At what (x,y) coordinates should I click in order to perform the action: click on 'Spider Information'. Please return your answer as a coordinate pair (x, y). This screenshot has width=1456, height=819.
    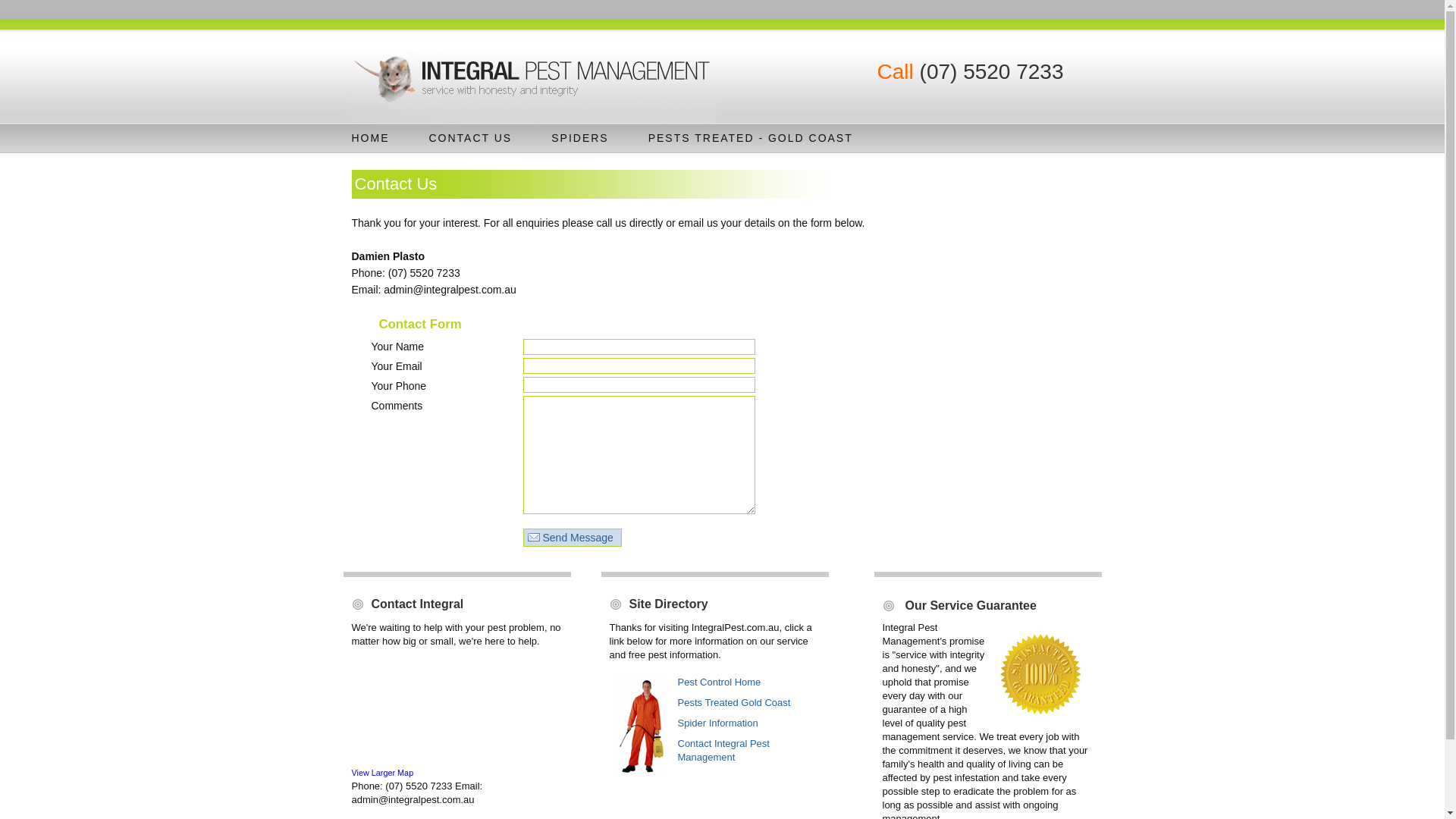
    Looking at the image, I should click on (717, 722).